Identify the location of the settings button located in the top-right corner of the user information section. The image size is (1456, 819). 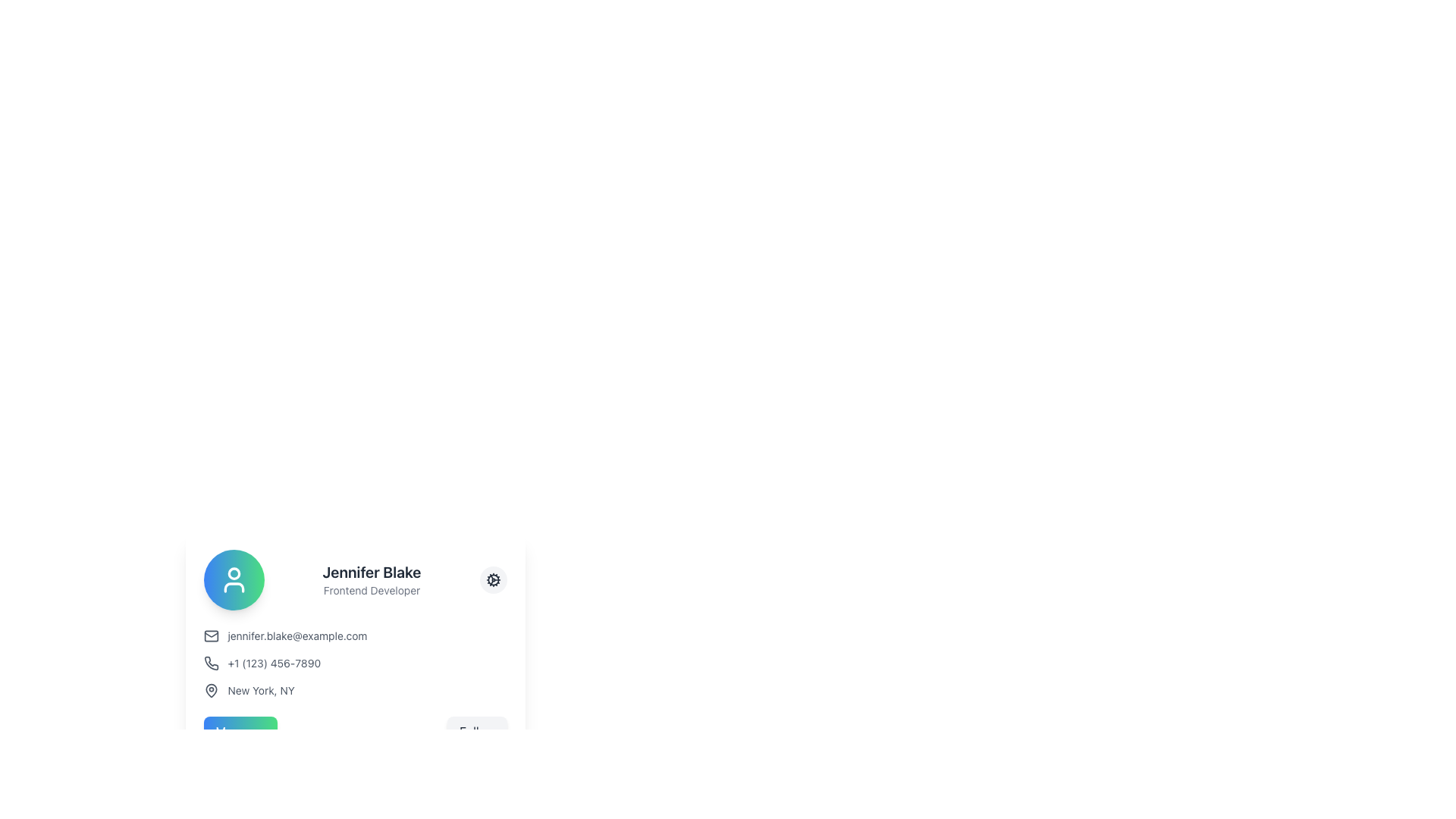
(493, 579).